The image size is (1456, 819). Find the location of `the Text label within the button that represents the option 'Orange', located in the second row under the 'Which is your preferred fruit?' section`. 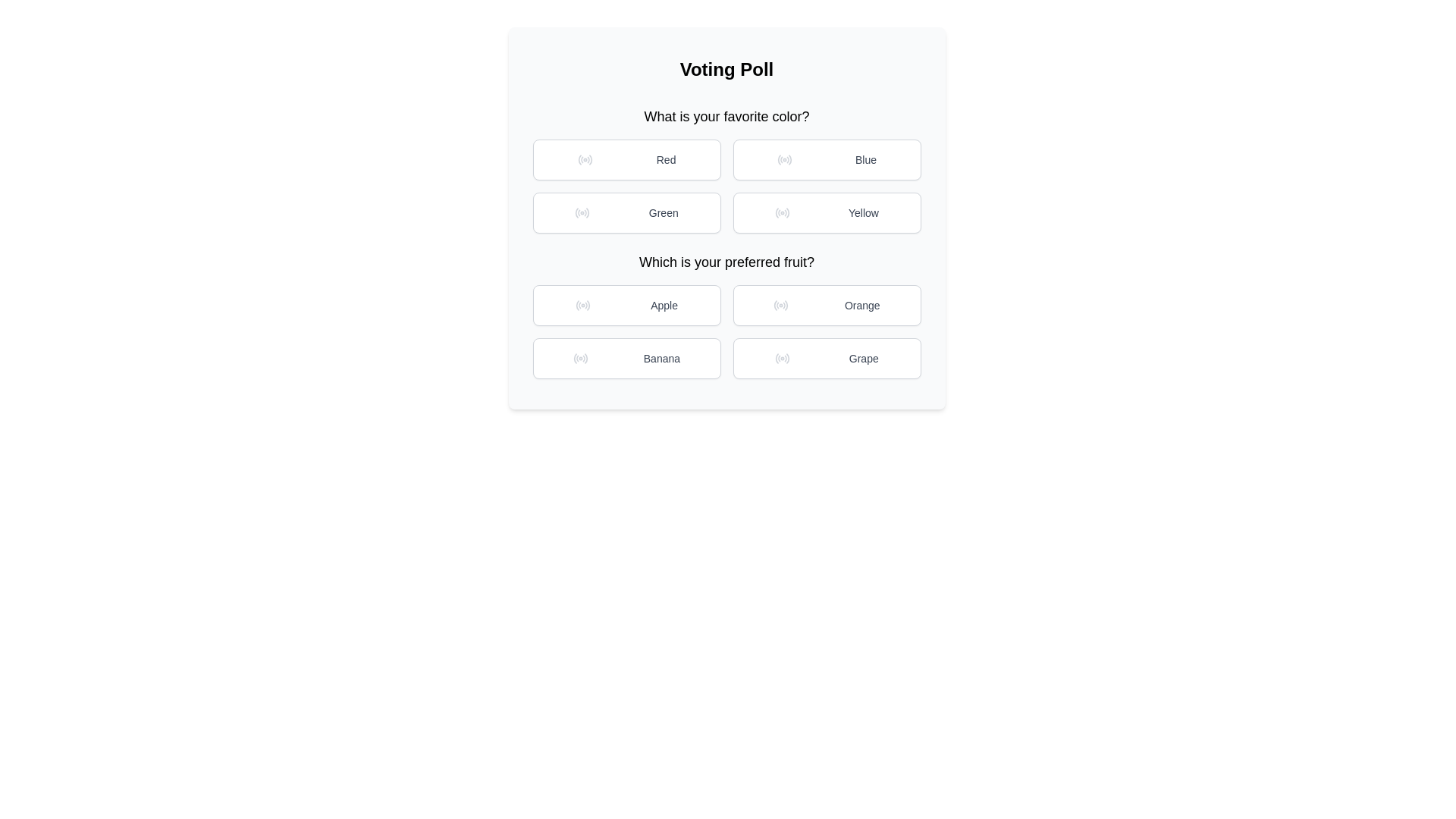

the Text label within the button that represents the option 'Orange', located in the second row under the 'Which is your preferred fruit?' section is located at coordinates (862, 305).